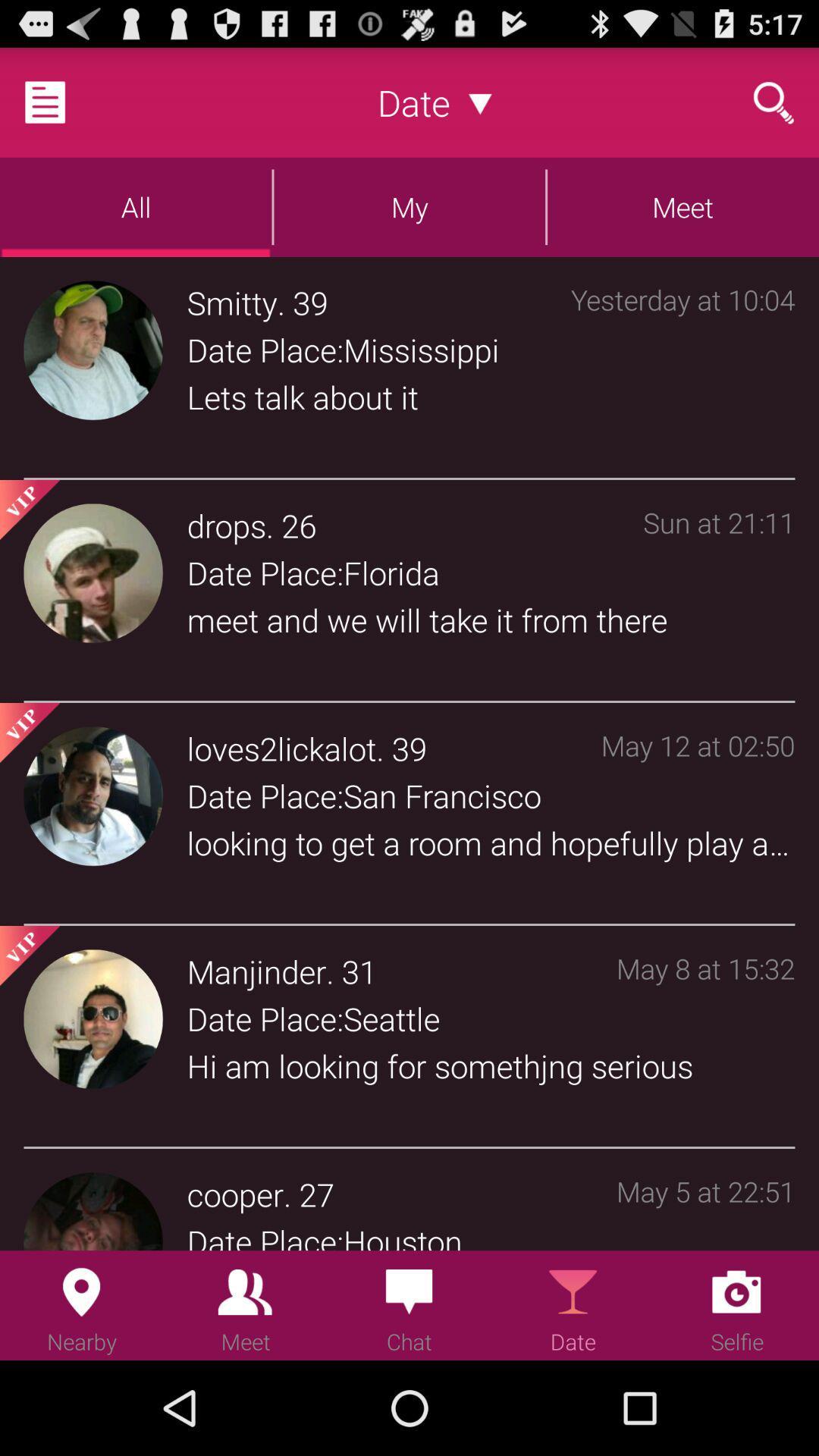  What do you see at coordinates (256, 971) in the screenshot?
I see `app above the date place:seattle app` at bounding box center [256, 971].